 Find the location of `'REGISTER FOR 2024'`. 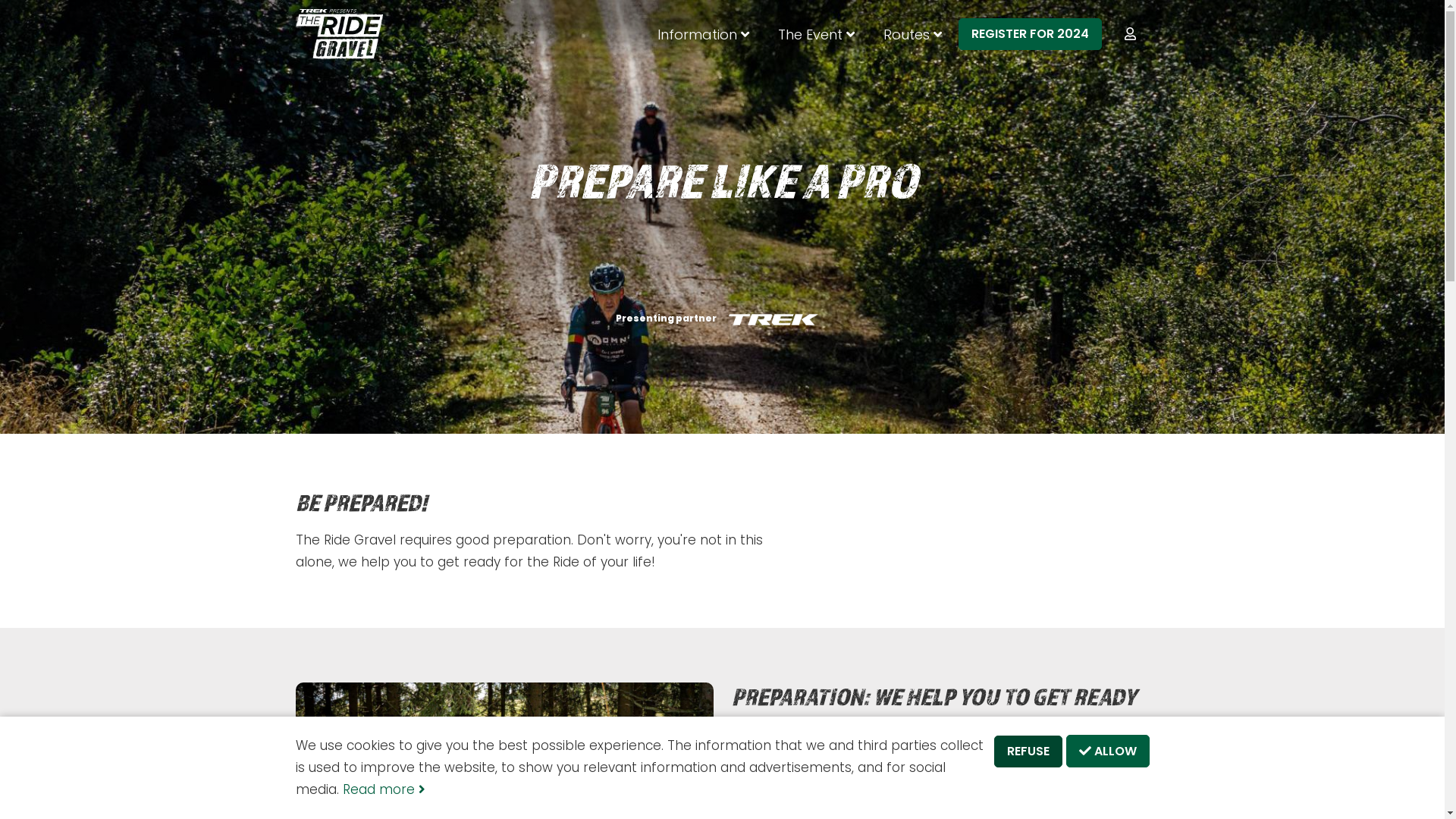

'REGISTER FOR 2024' is located at coordinates (1030, 34).